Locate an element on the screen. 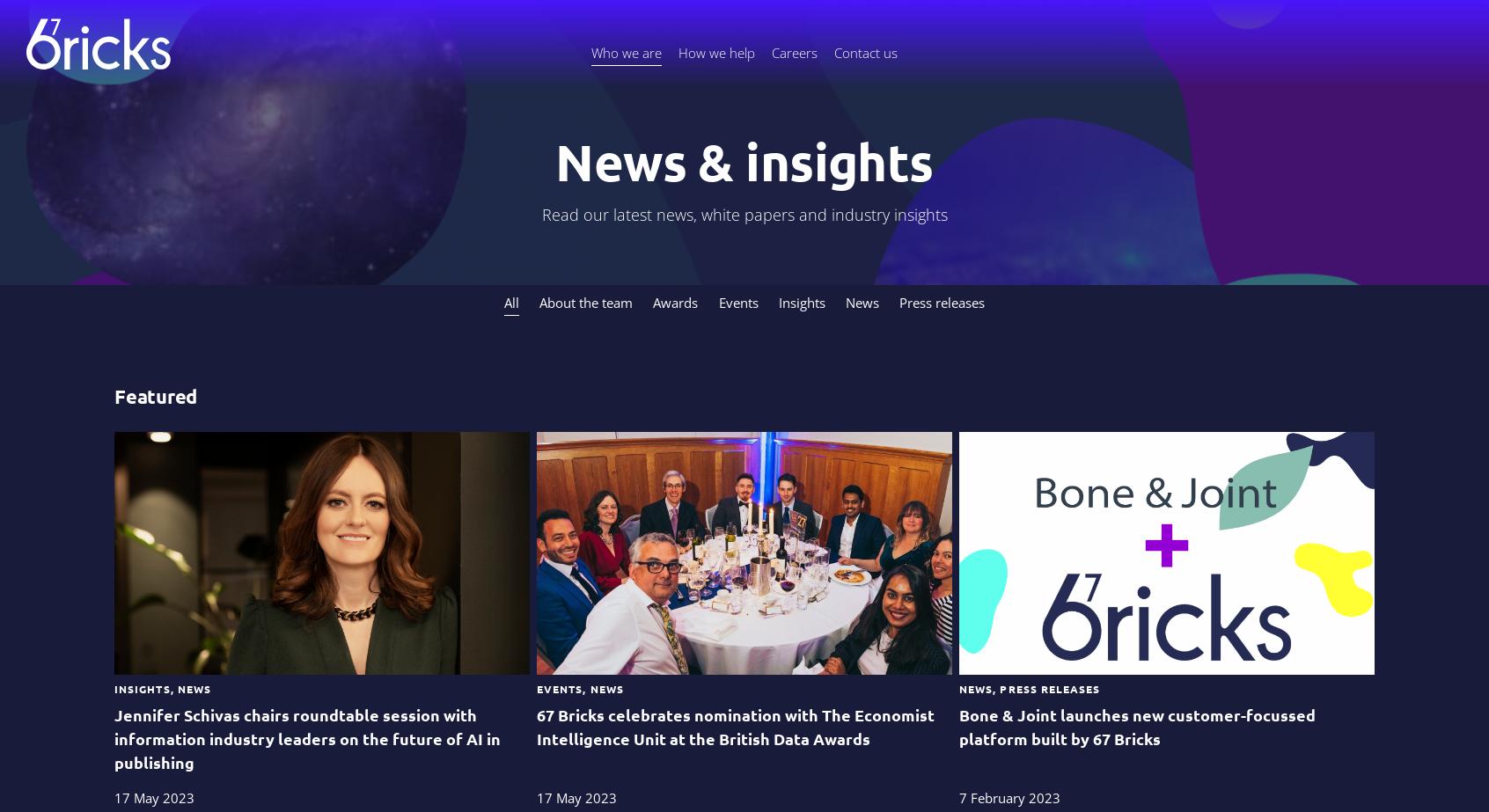  '7 February 2023' is located at coordinates (1008, 796).